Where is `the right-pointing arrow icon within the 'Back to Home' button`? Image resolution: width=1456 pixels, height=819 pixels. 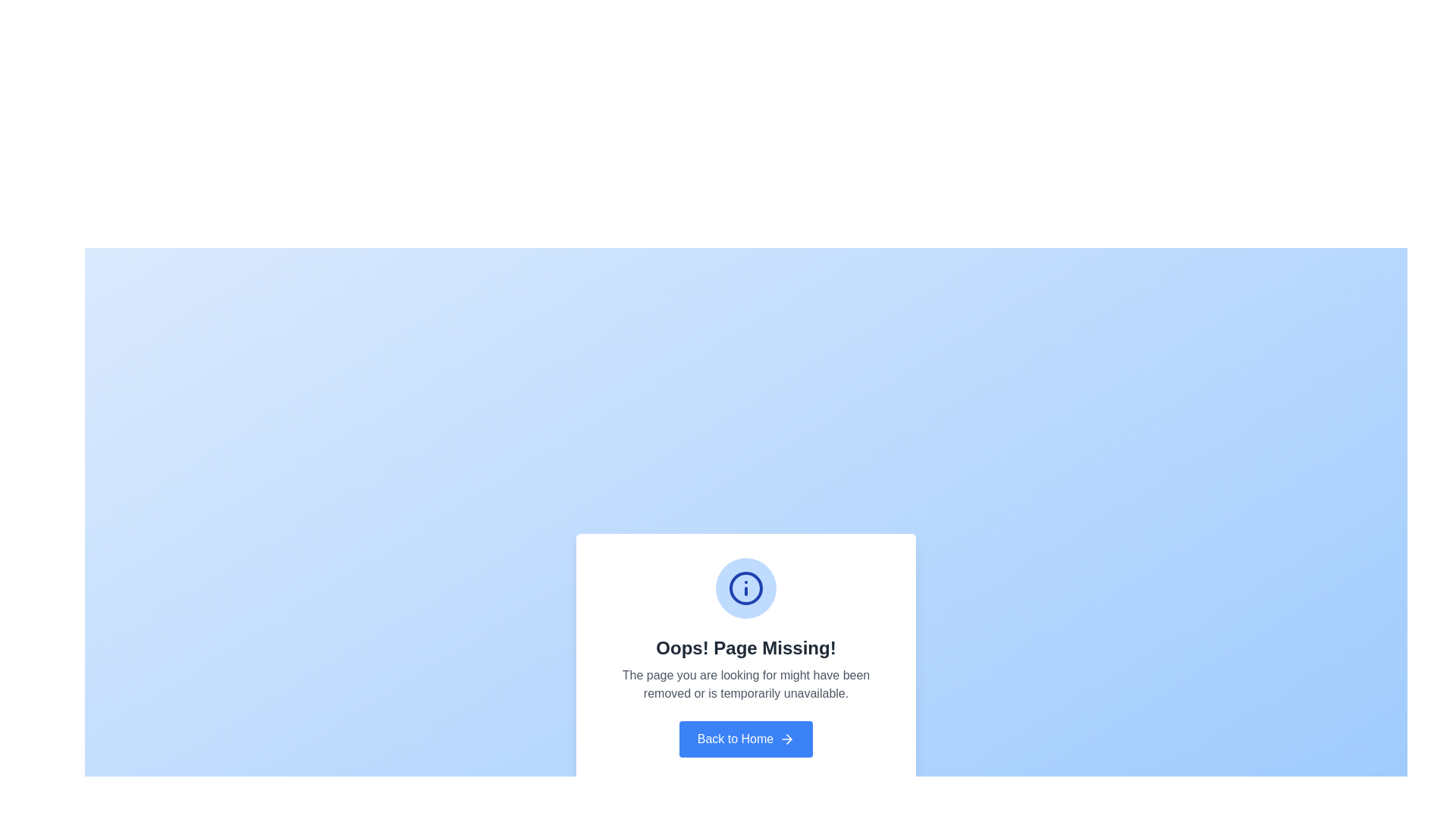
the right-pointing arrow icon within the 'Back to Home' button is located at coordinates (789, 738).